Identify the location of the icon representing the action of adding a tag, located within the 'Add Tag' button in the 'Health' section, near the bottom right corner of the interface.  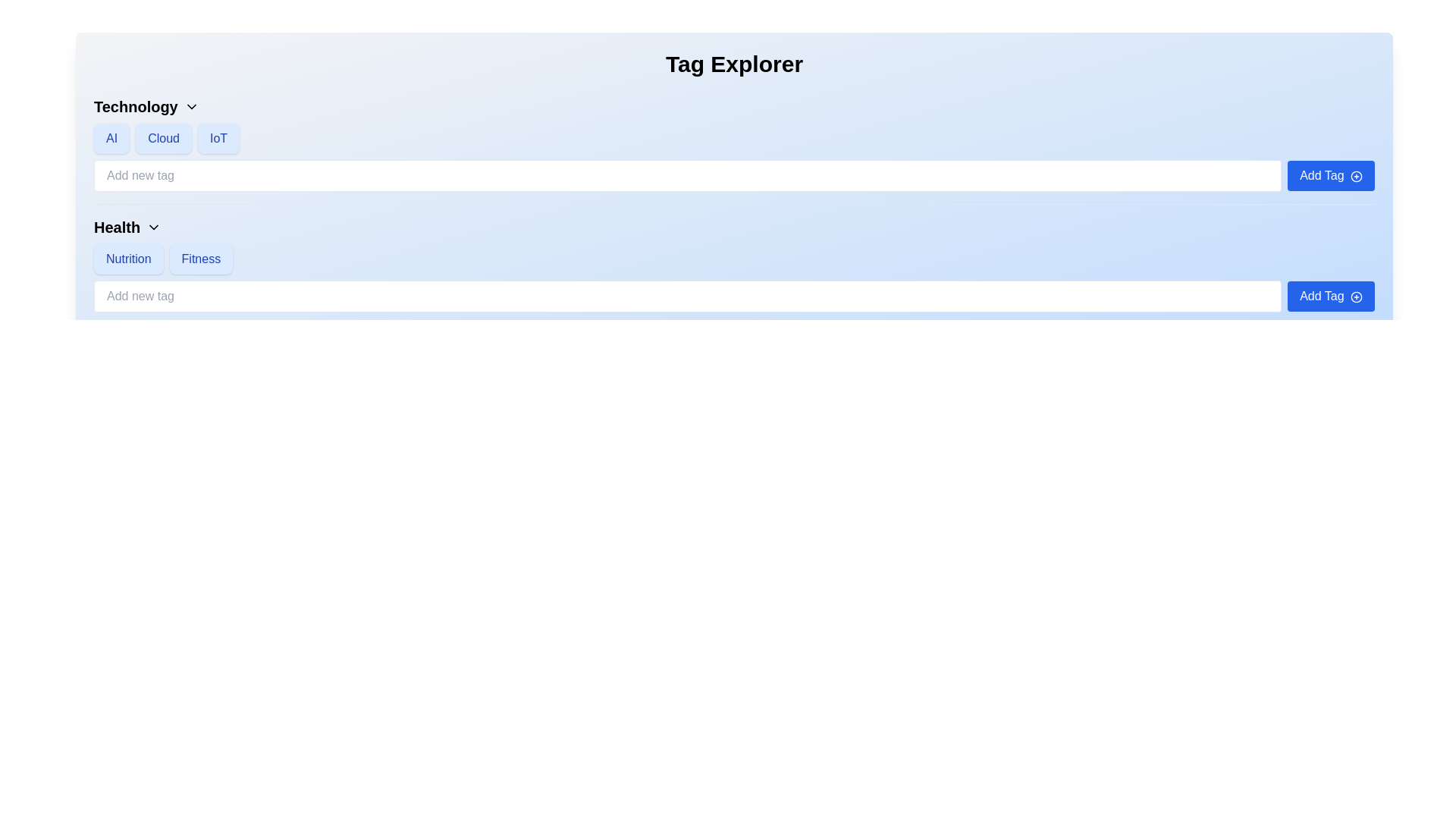
(1357, 296).